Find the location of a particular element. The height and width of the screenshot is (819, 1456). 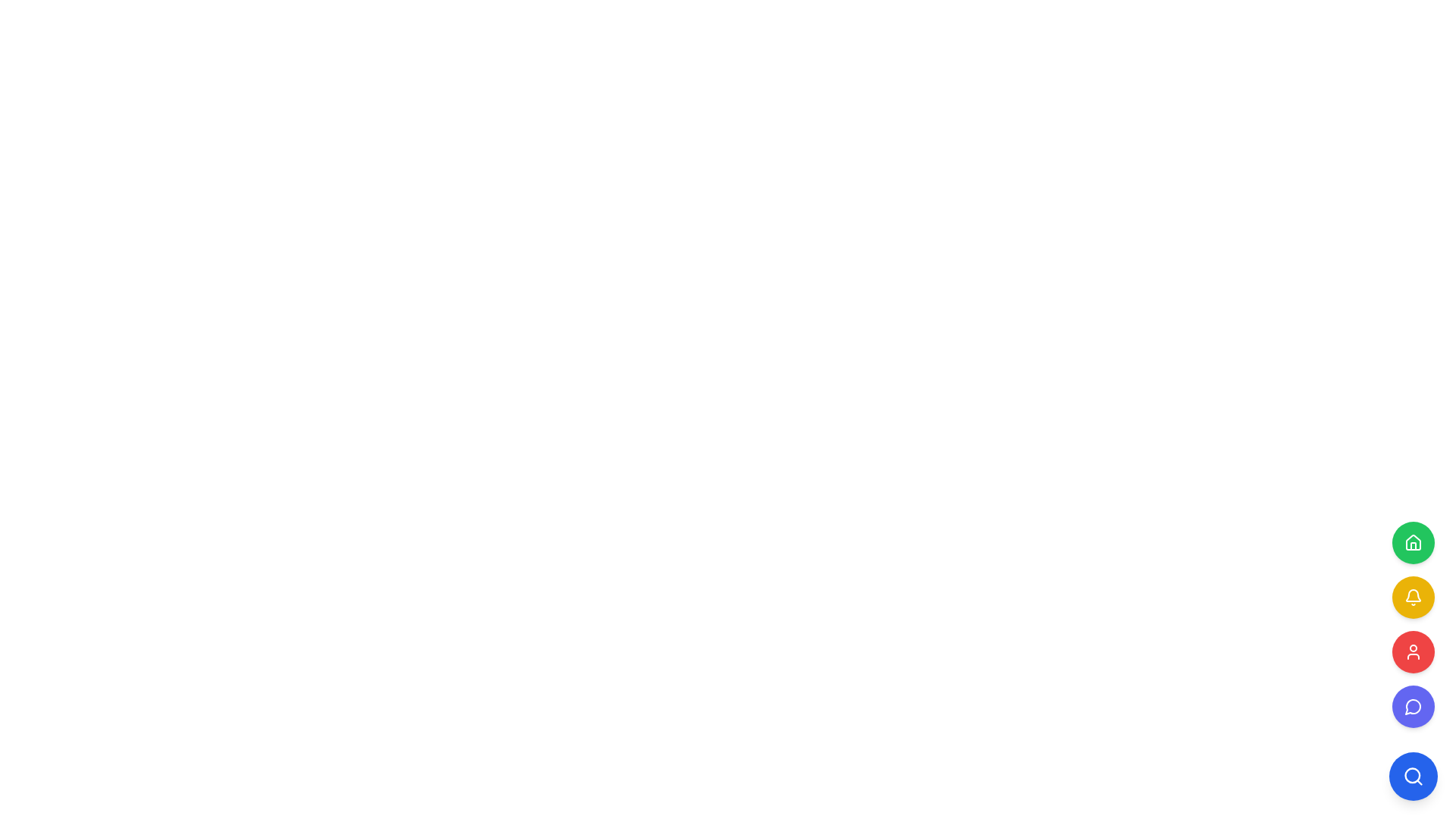

the user profile button located third from the top in a vertical stack of circular buttons on the right side of the interface is located at coordinates (1412, 651).